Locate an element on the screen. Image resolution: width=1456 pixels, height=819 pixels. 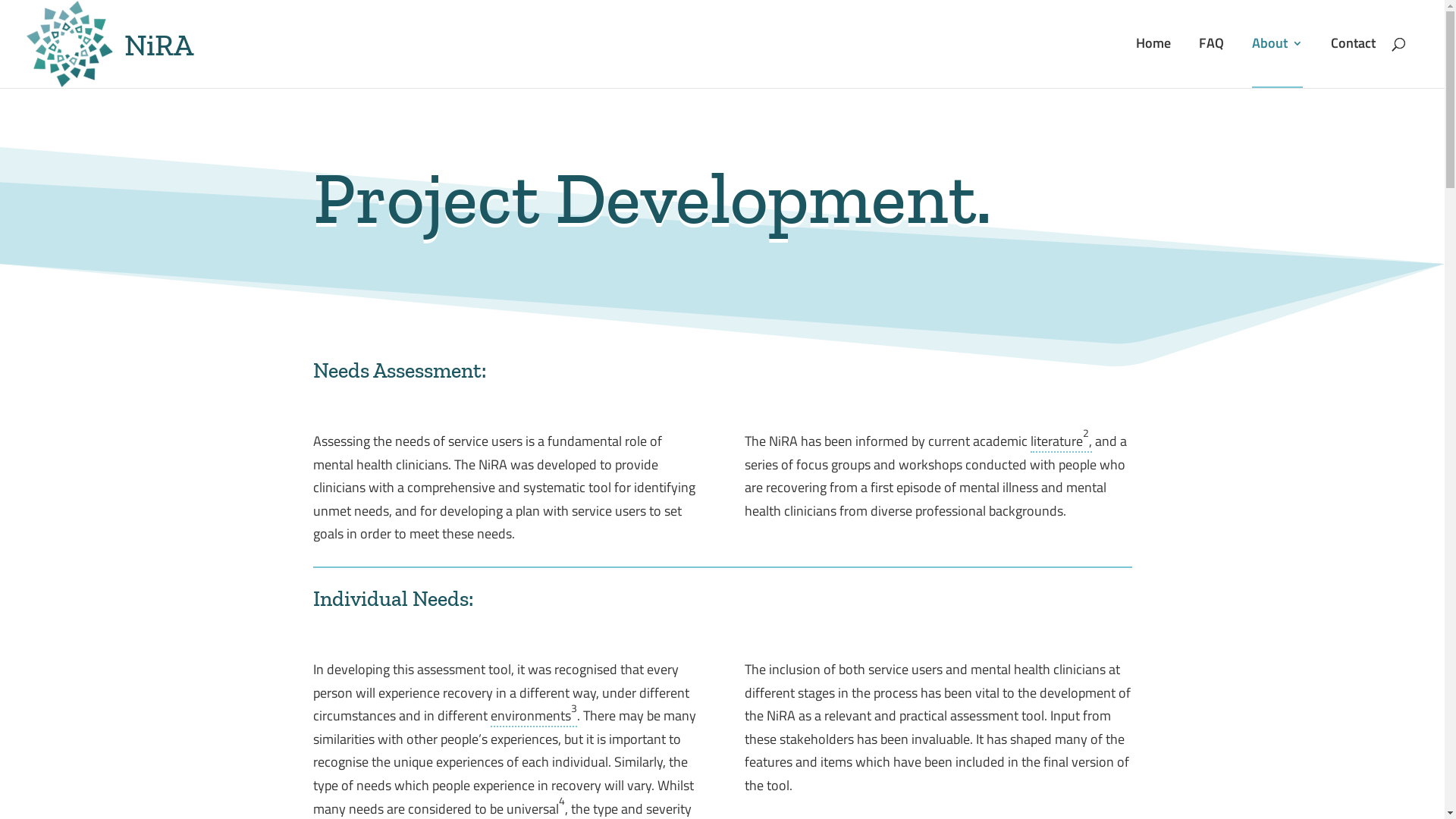
'FAQ' is located at coordinates (1210, 61).